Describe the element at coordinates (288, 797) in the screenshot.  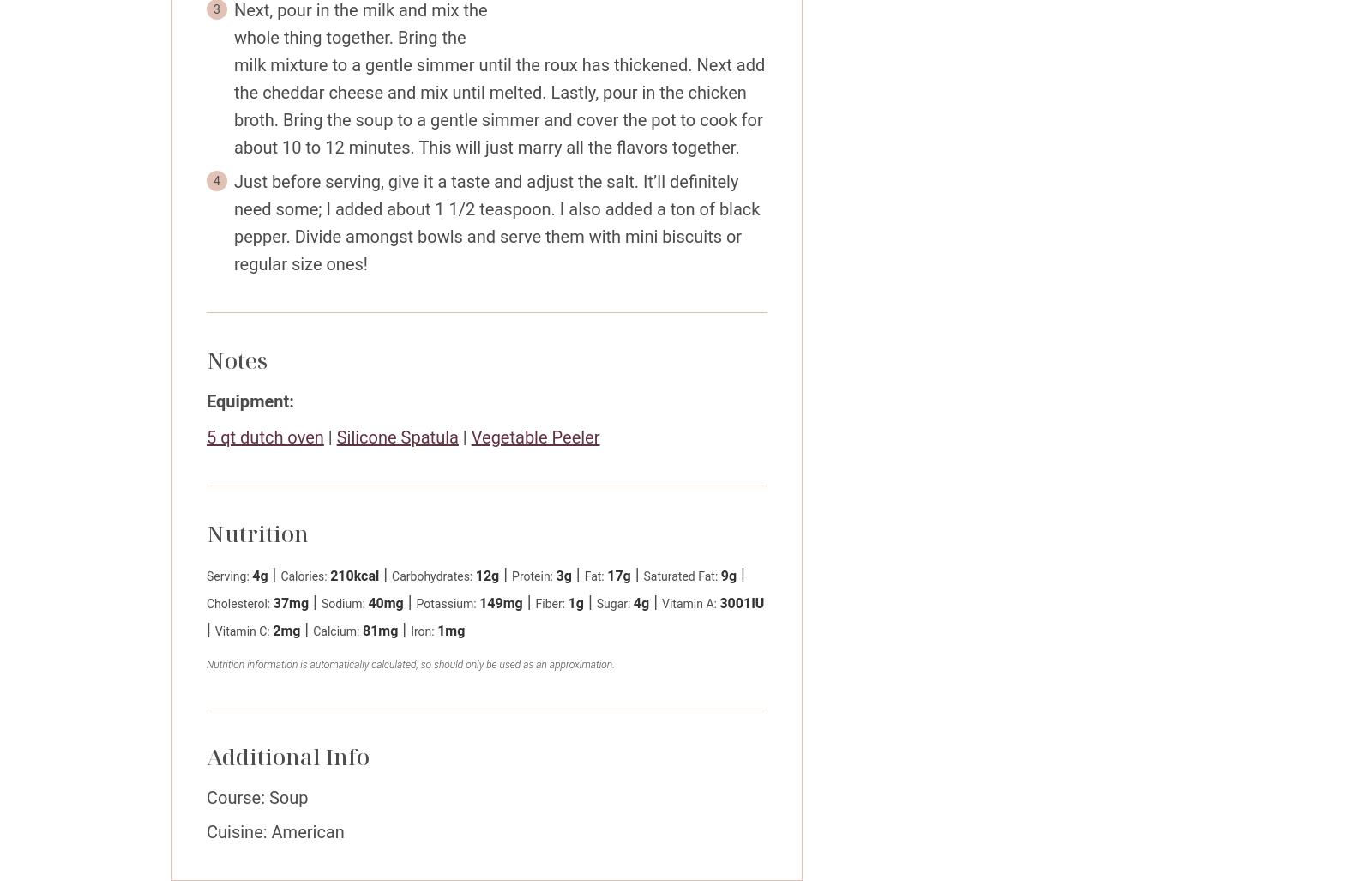
I see `'Soup'` at that location.